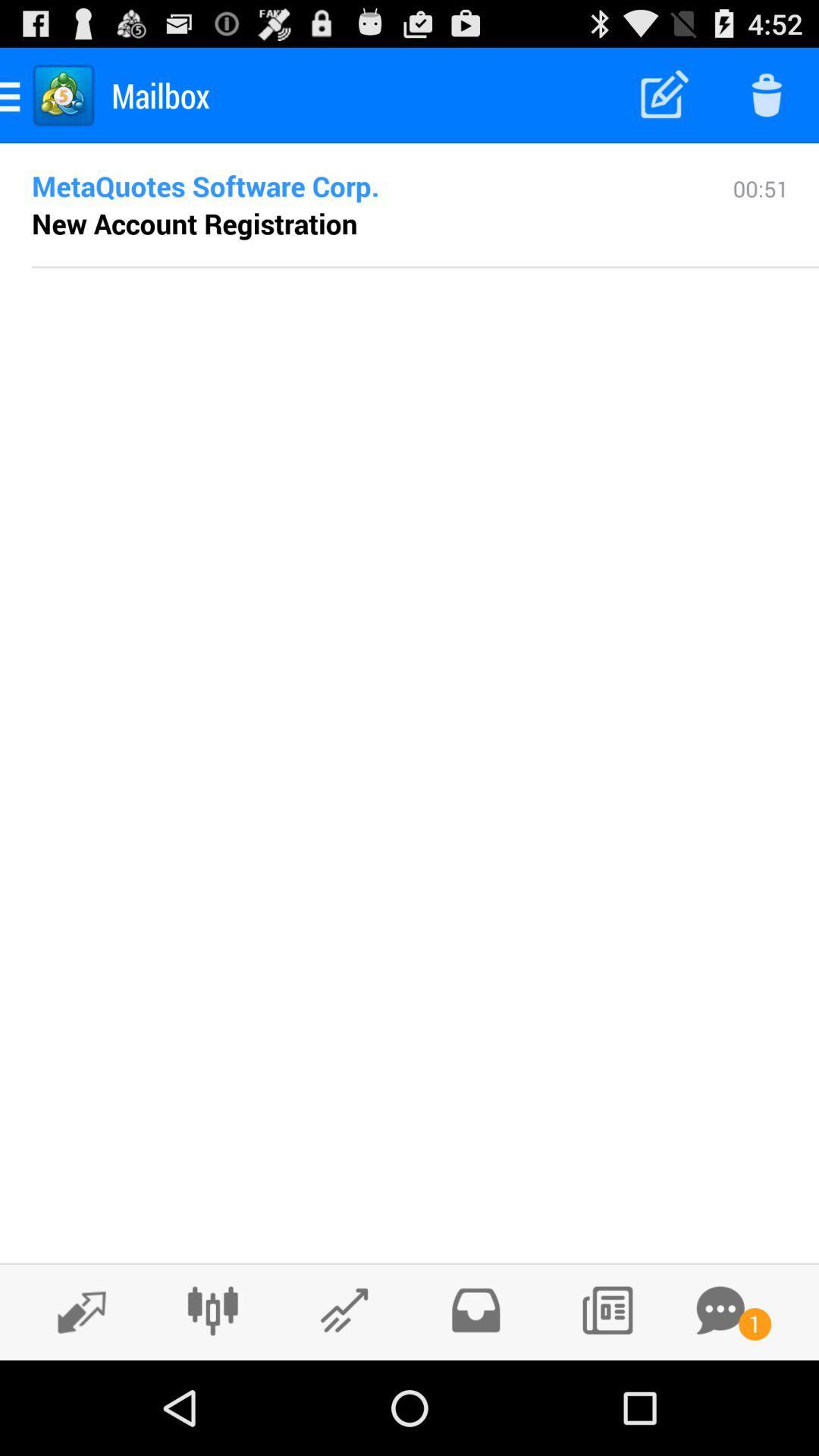  I want to click on the chat icon, so click(720, 1401).